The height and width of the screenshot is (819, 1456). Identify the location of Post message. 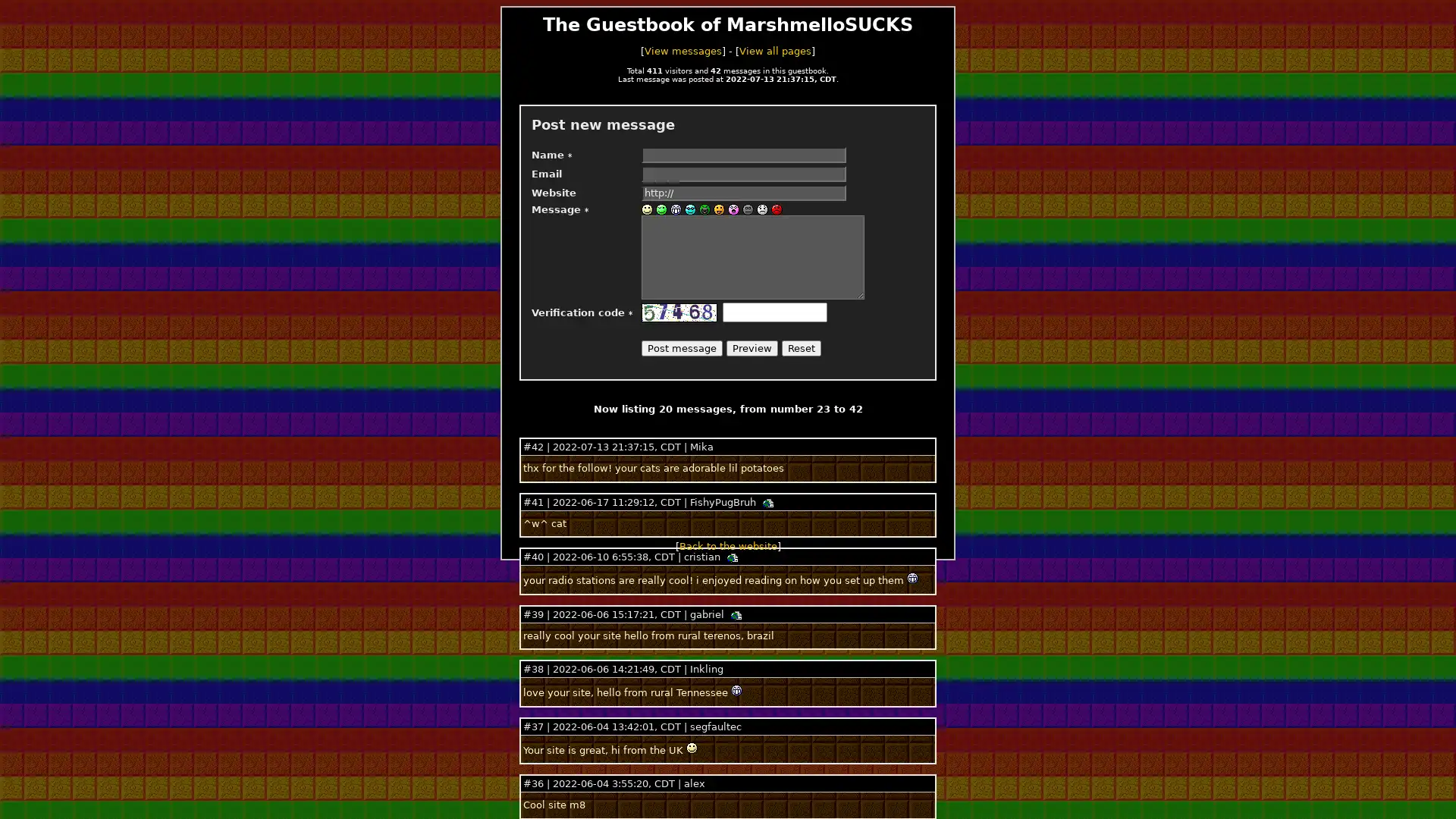
(681, 348).